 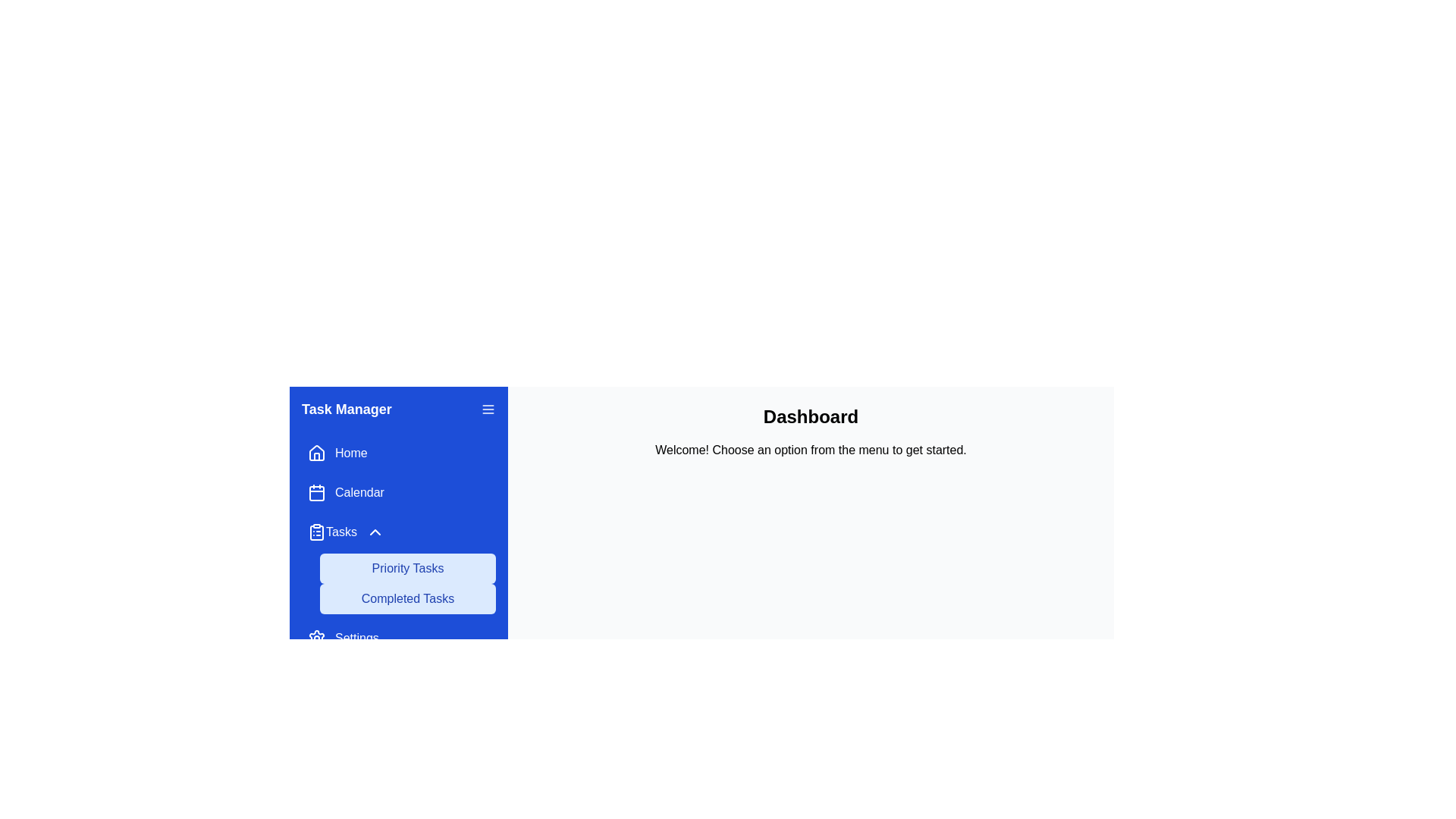 What do you see at coordinates (488, 409) in the screenshot?
I see `the menu icon consisting of three horizontal lines stacked vertically, located` at bounding box center [488, 409].